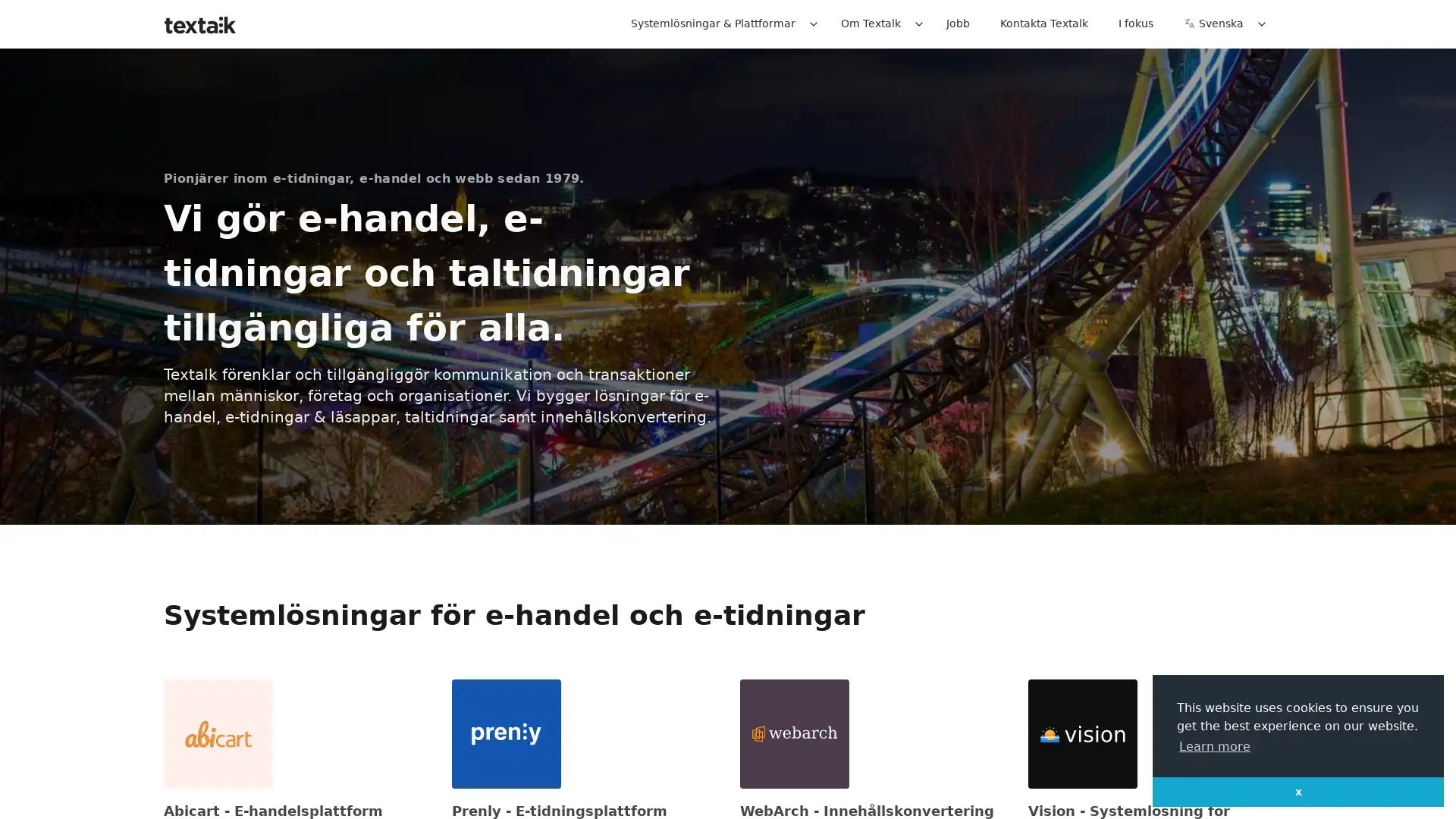 The width and height of the screenshot is (1456, 819). I want to click on dismiss cookie message, so click(1298, 791).